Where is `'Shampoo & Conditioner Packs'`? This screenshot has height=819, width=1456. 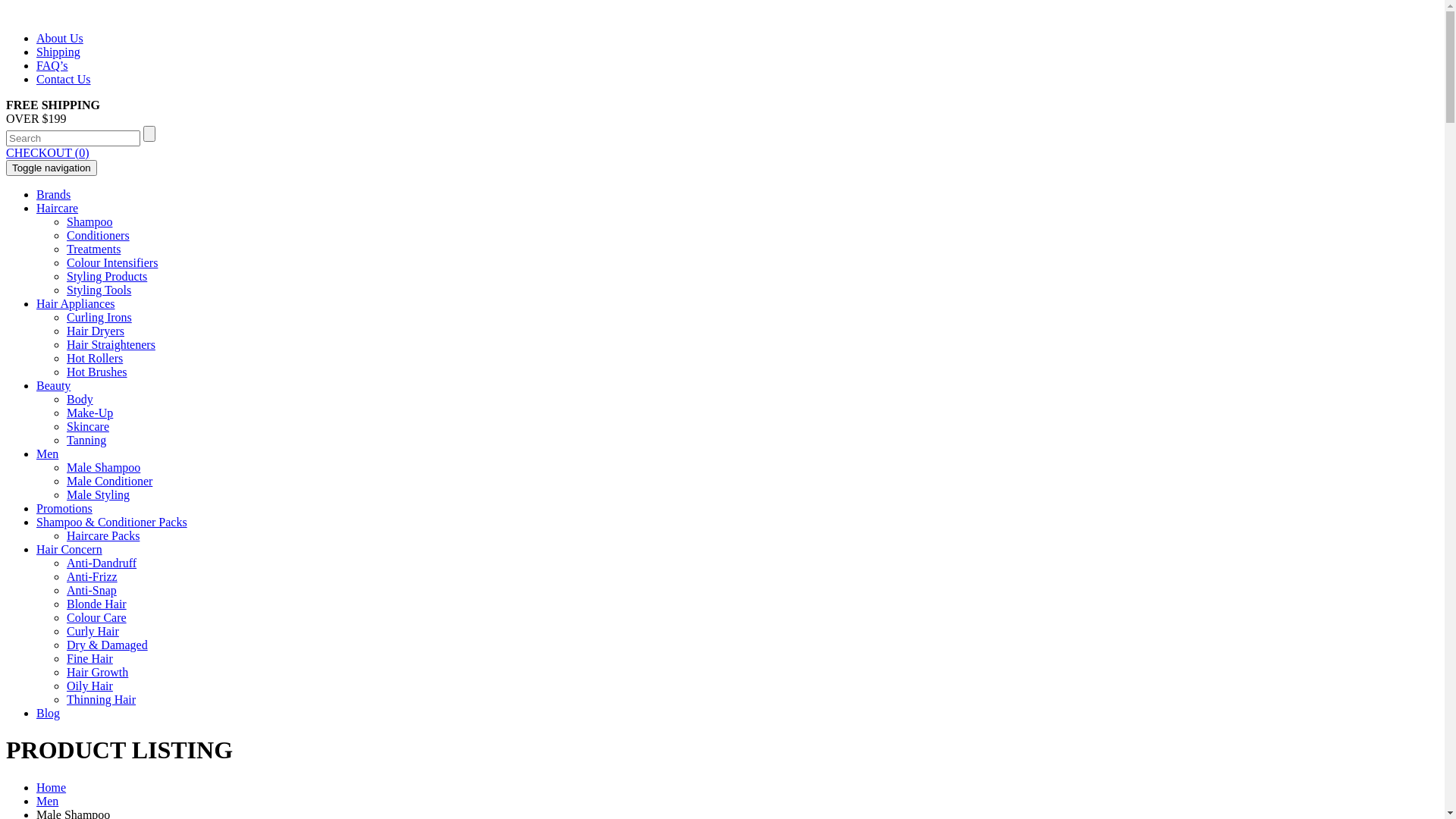
'Shampoo & Conditioner Packs' is located at coordinates (111, 521).